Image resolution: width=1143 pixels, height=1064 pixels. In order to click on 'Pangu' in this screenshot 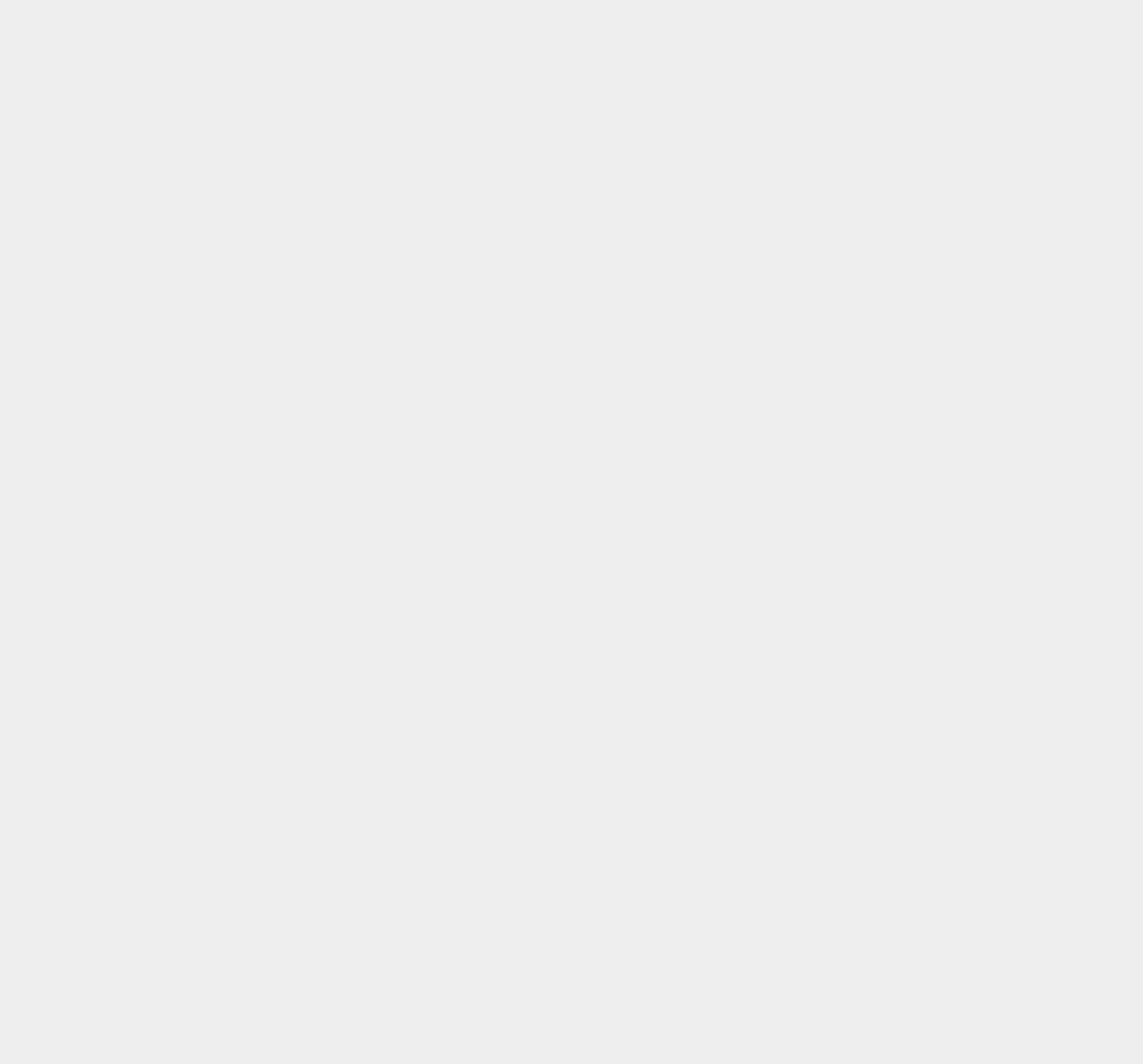, I will do `click(827, 672)`.